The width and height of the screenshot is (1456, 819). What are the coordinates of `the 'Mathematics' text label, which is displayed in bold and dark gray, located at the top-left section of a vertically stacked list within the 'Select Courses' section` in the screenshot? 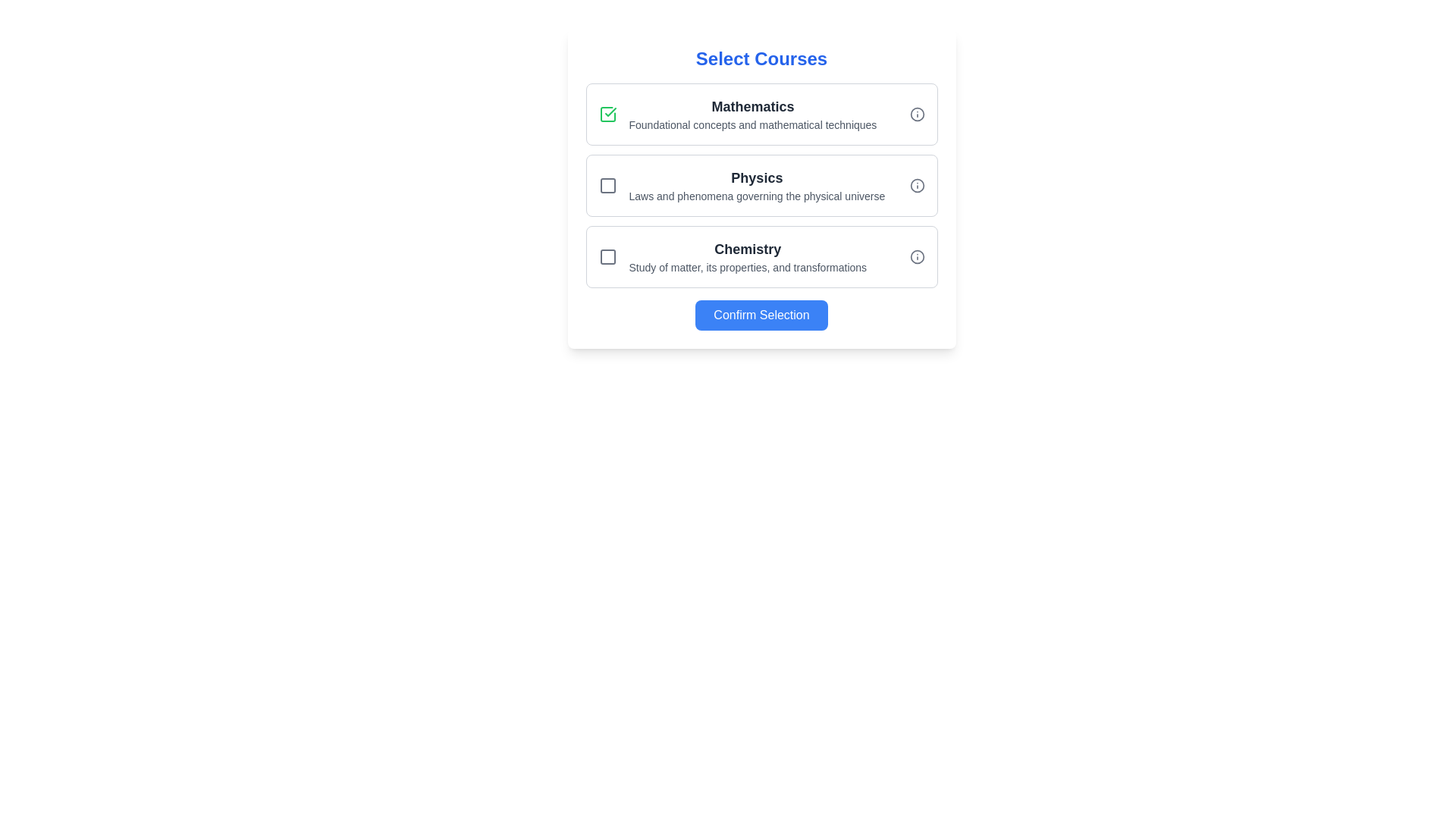 It's located at (753, 106).